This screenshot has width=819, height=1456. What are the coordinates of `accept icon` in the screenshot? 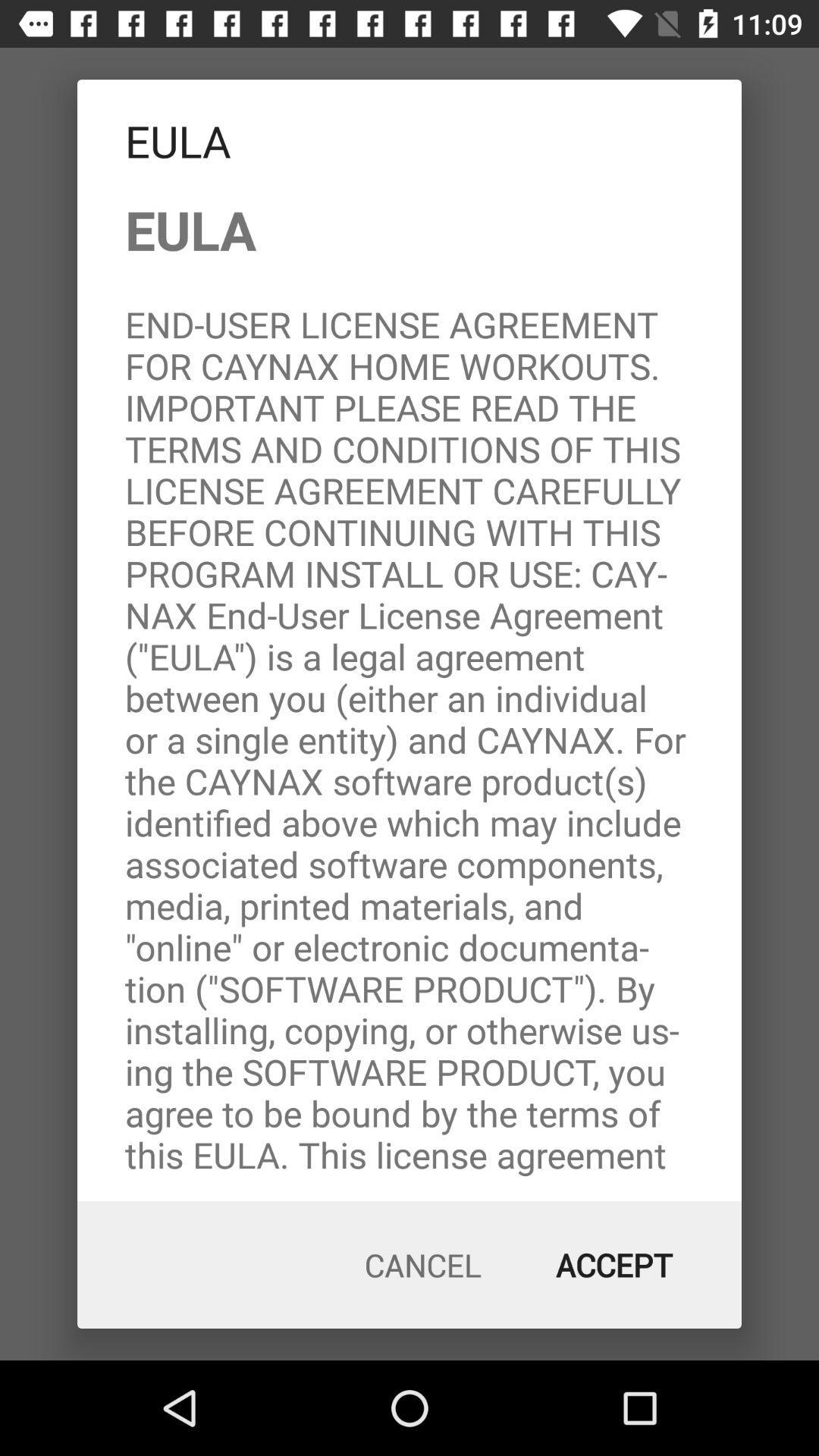 It's located at (614, 1265).